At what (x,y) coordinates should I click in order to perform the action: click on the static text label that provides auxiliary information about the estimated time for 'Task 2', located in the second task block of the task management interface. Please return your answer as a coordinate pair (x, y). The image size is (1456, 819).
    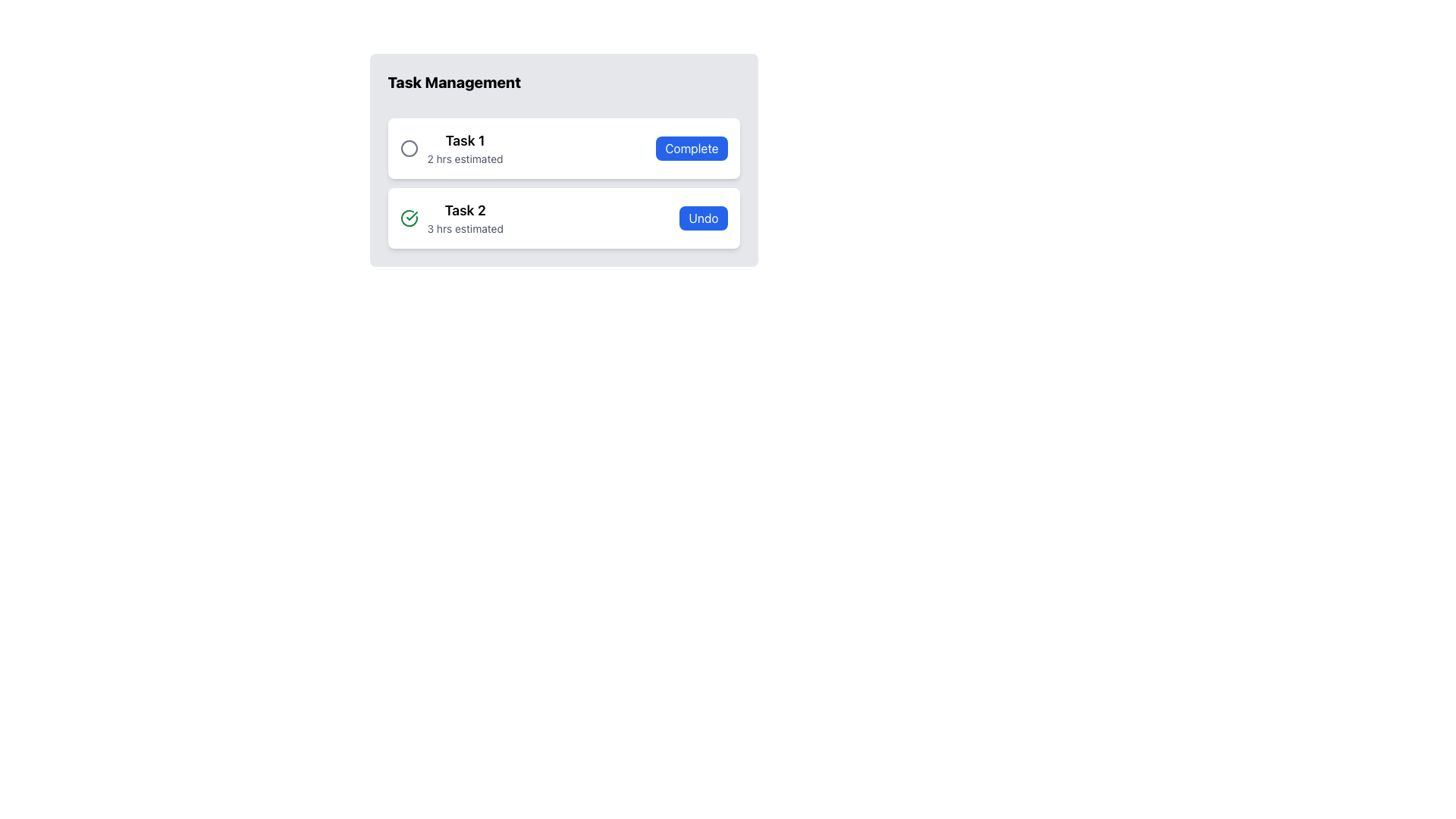
    Looking at the image, I should click on (464, 228).